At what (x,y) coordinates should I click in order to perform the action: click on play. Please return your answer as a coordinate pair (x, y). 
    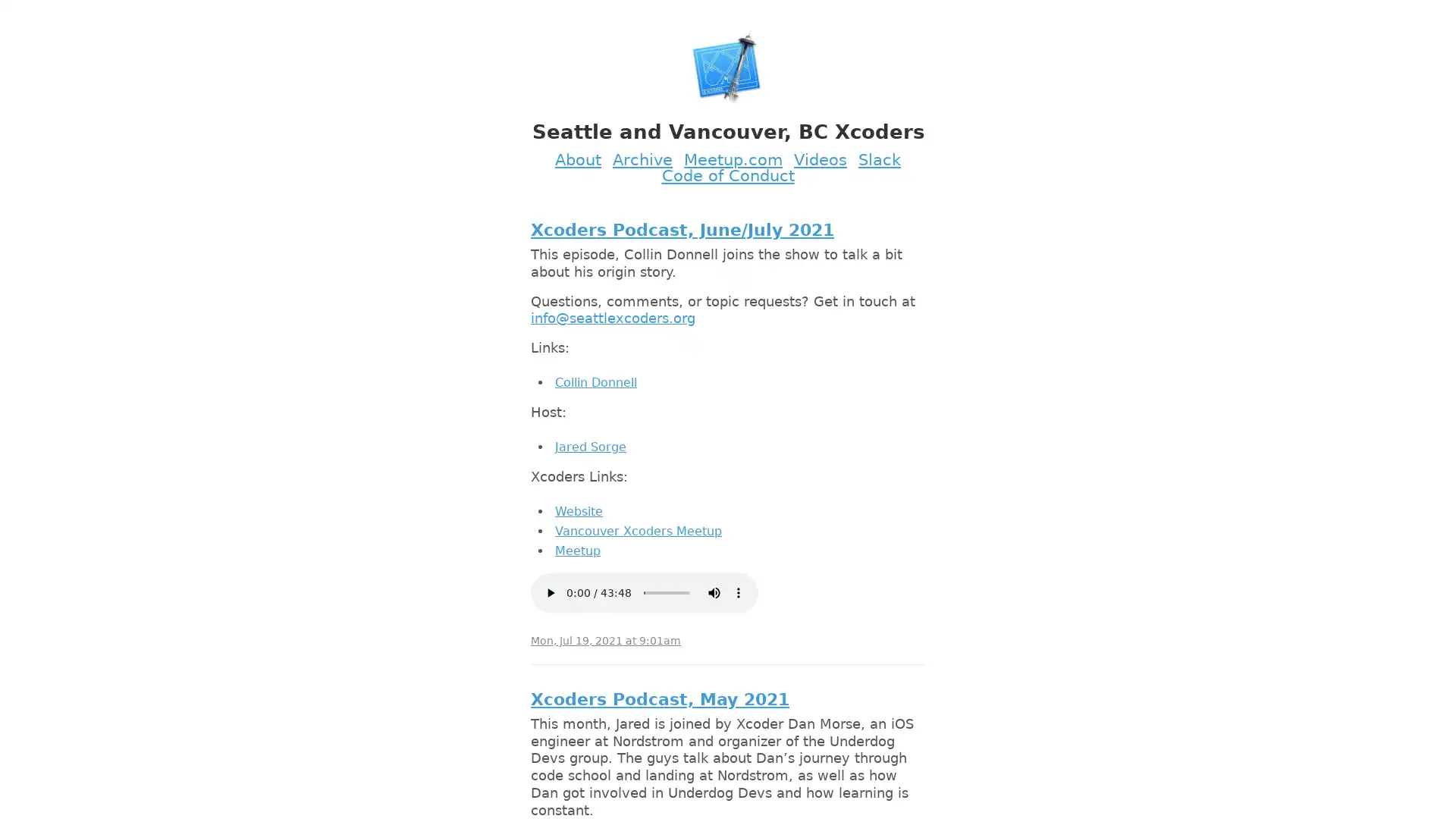
    Looking at the image, I should click on (549, 591).